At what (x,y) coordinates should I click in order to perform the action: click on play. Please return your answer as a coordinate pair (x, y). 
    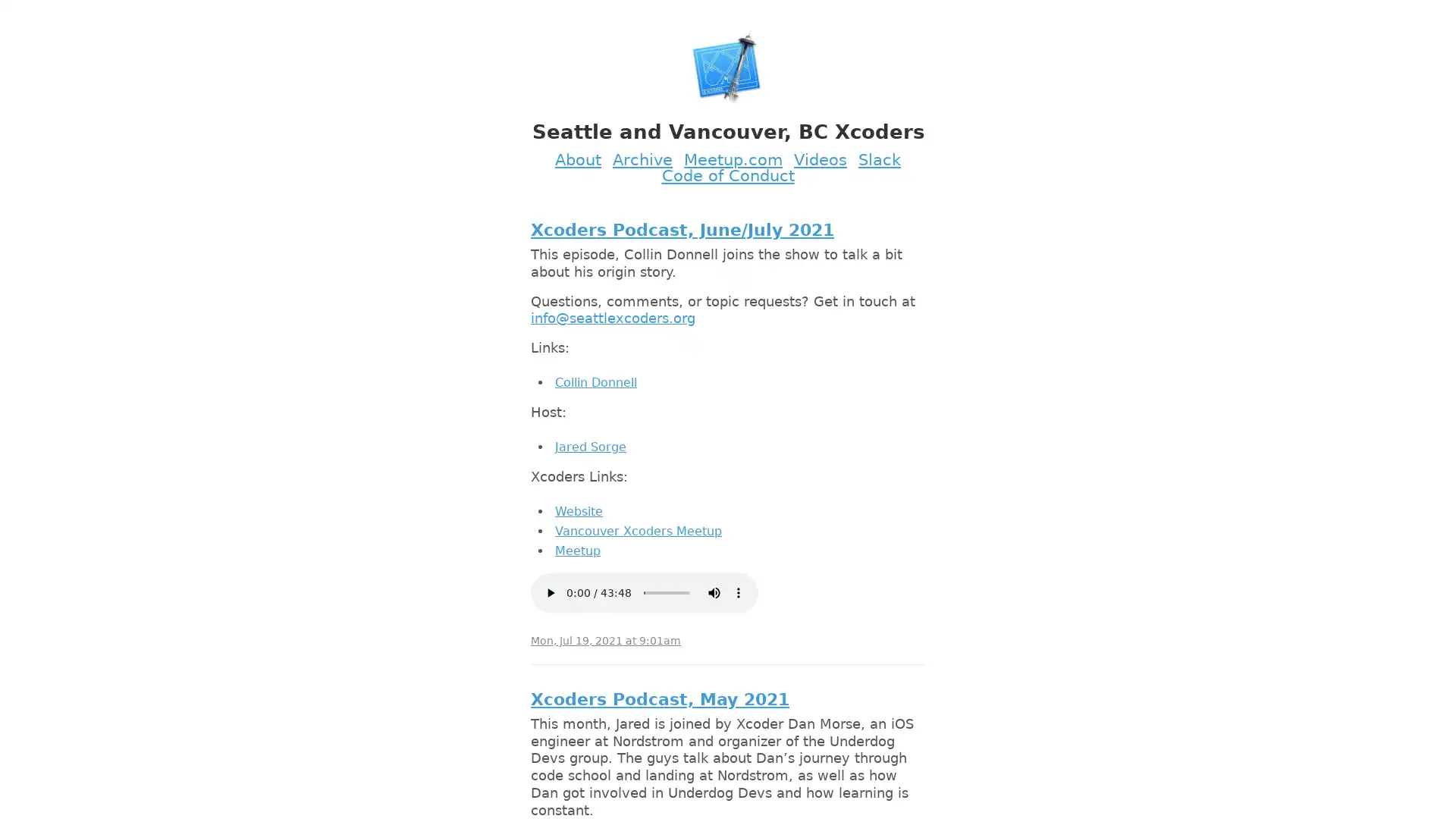
    Looking at the image, I should click on (549, 591).